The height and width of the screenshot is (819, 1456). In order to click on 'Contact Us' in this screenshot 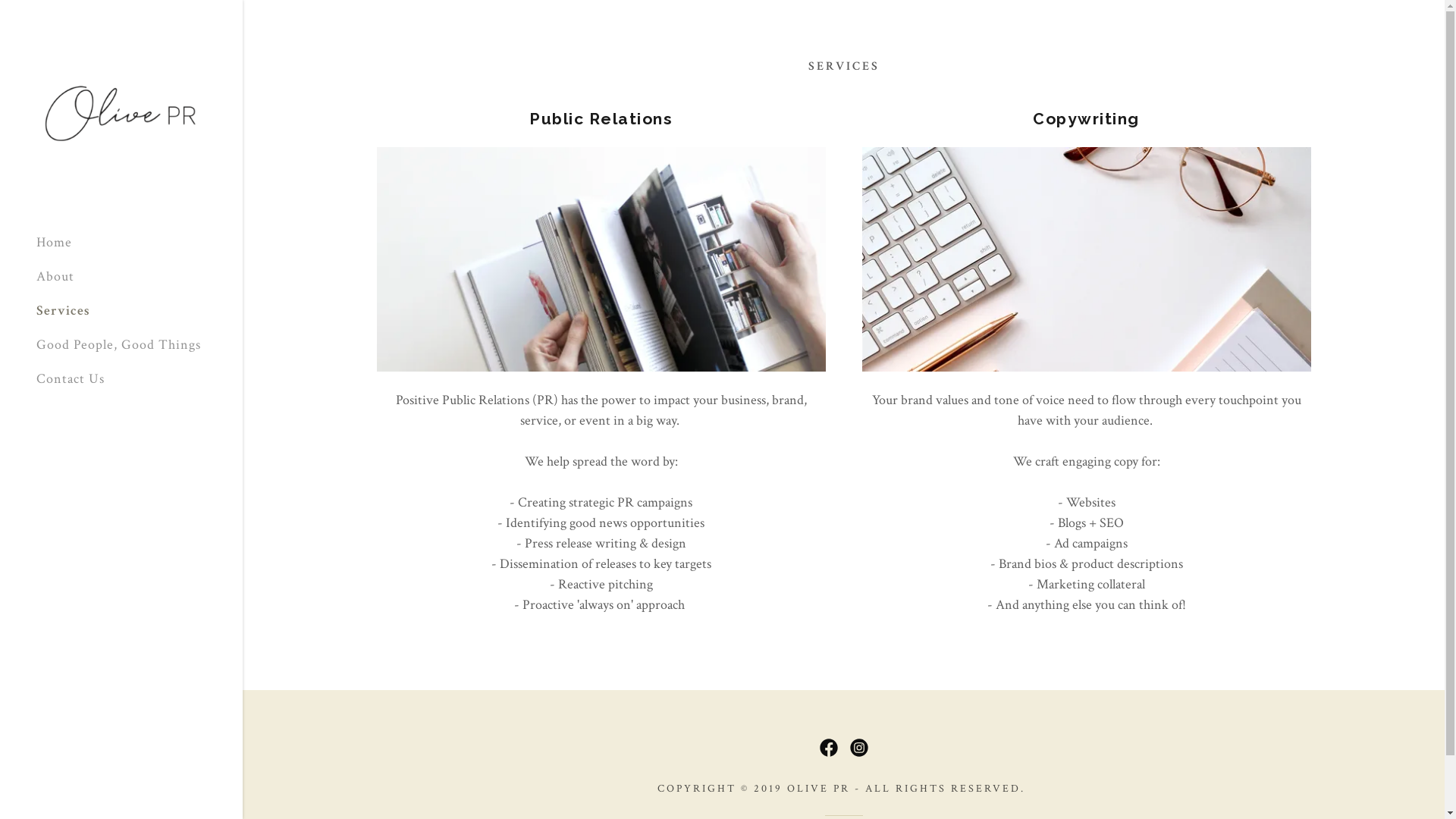, I will do `click(69, 378)`.